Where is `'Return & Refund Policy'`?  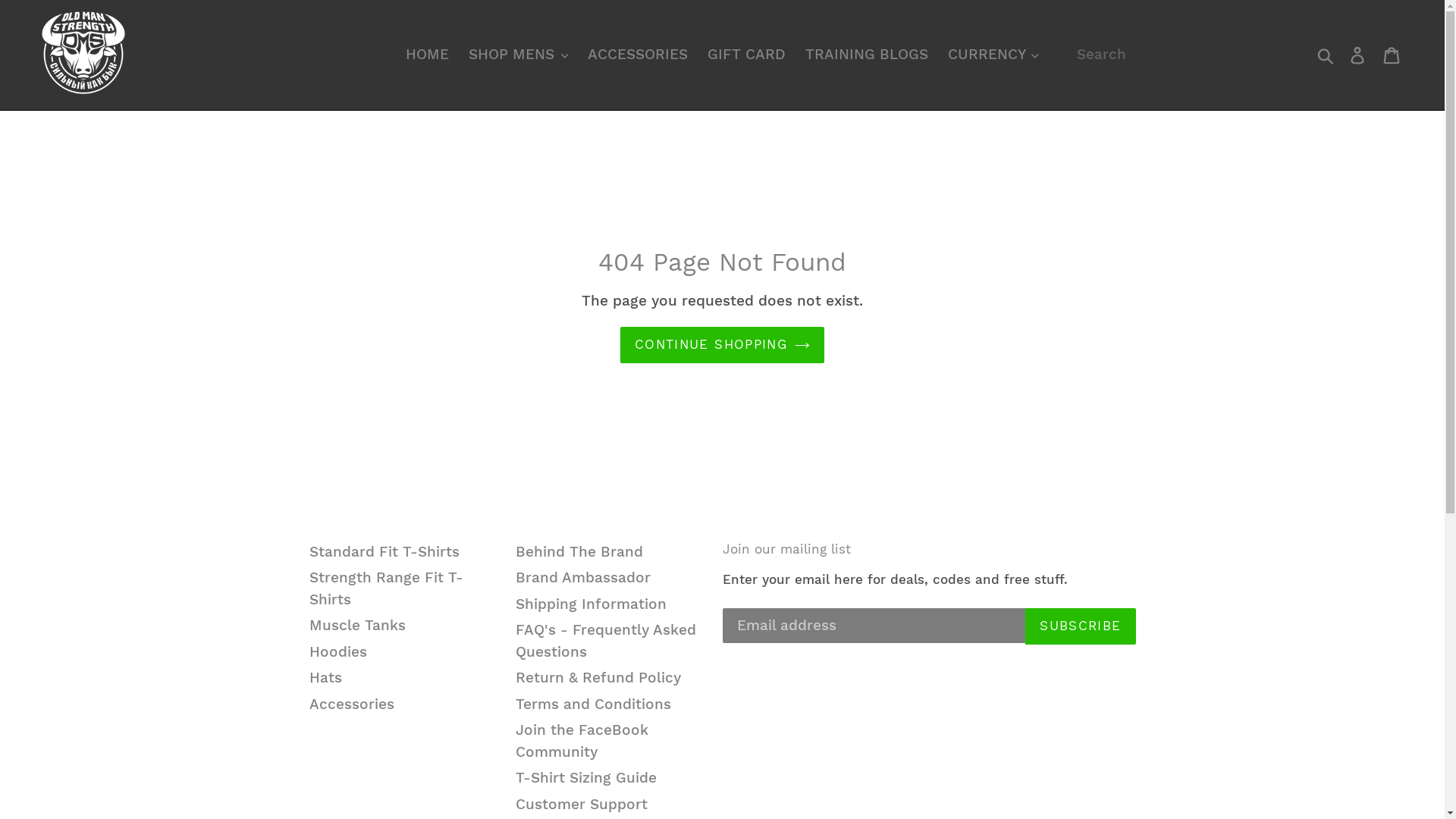
'Return & Refund Policy' is located at coordinates (597, 676).